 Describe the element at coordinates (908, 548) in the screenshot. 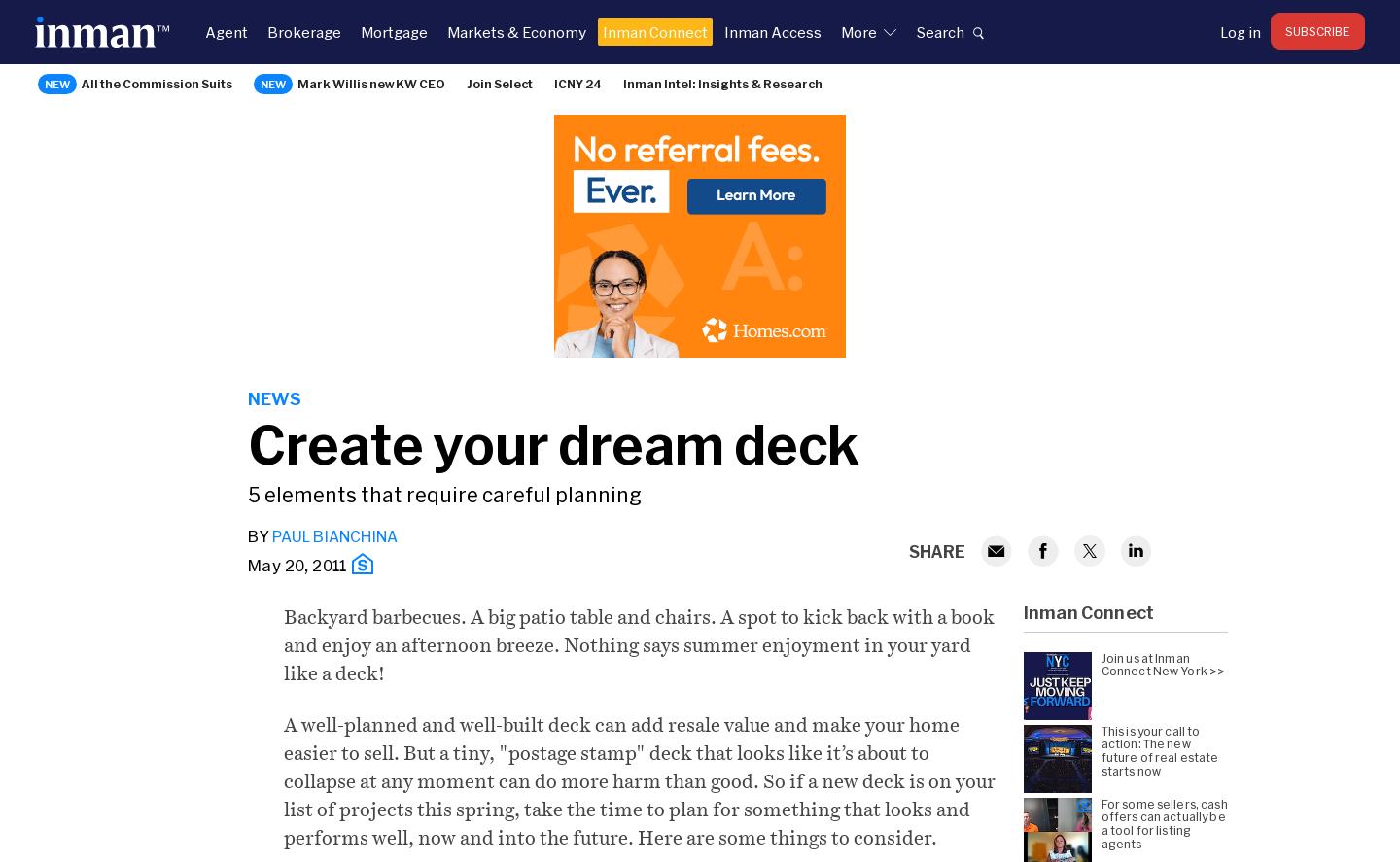

I see `'SHARE'` at that location.